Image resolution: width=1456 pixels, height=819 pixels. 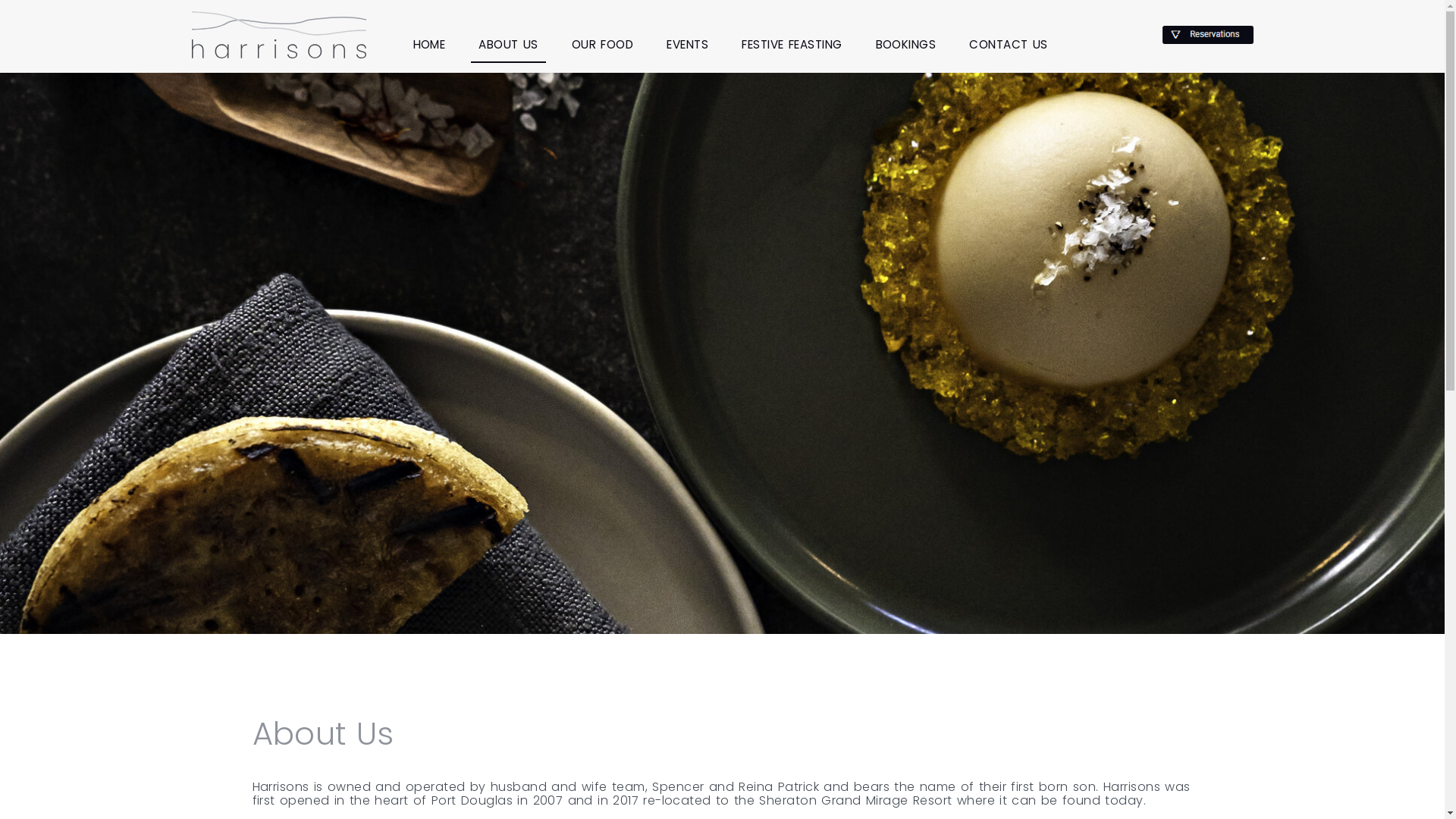 I want to click on 'BOOKINGS', so click(x=905, y=43).